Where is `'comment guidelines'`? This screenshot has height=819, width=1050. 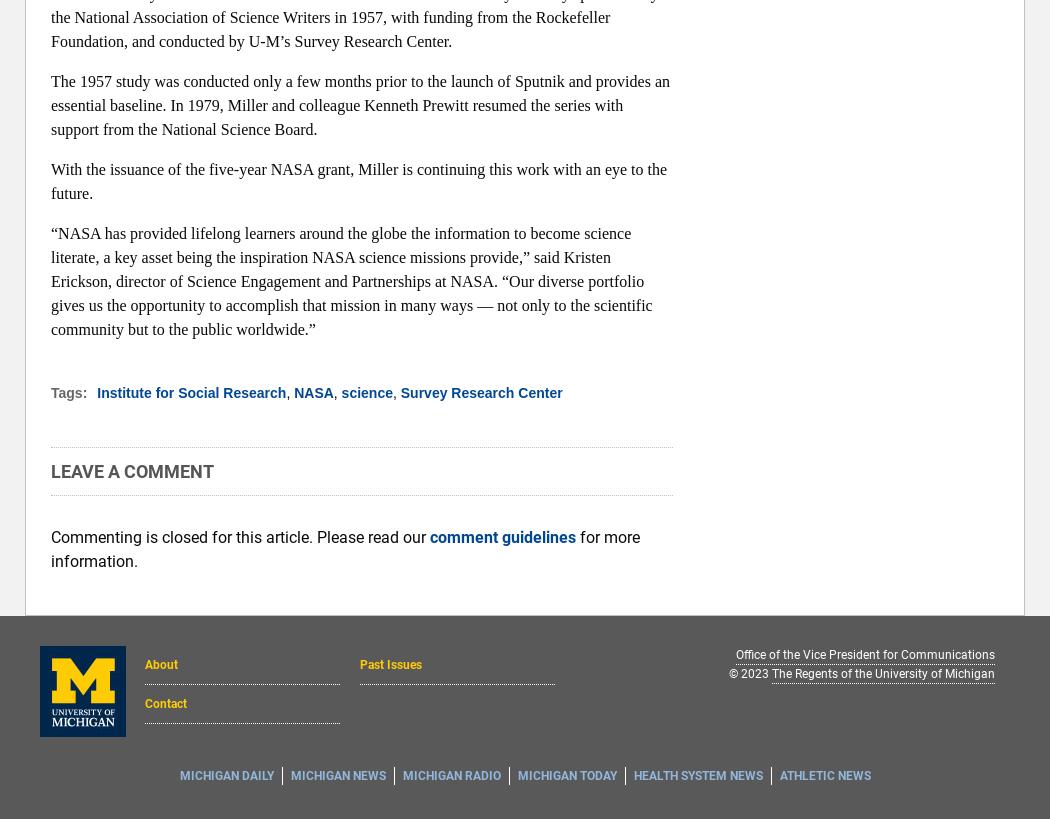 'comment guidelines' is located at coordinates (428, 537).